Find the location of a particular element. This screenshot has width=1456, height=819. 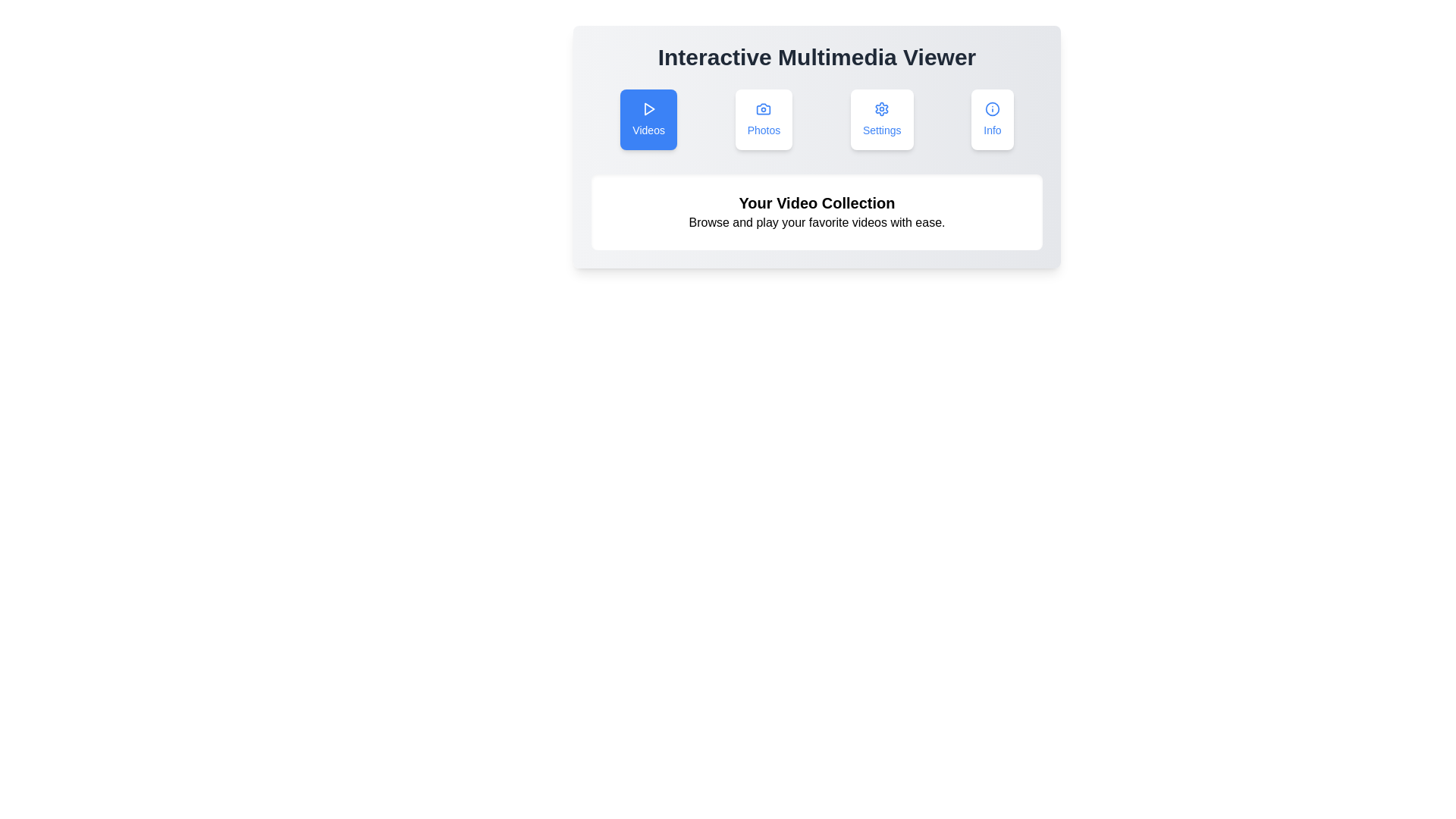

the first button in a row of four buttons that serves as a link to navigate to video-related actions, located at the far left of the row is located at coordinates (648, 119).